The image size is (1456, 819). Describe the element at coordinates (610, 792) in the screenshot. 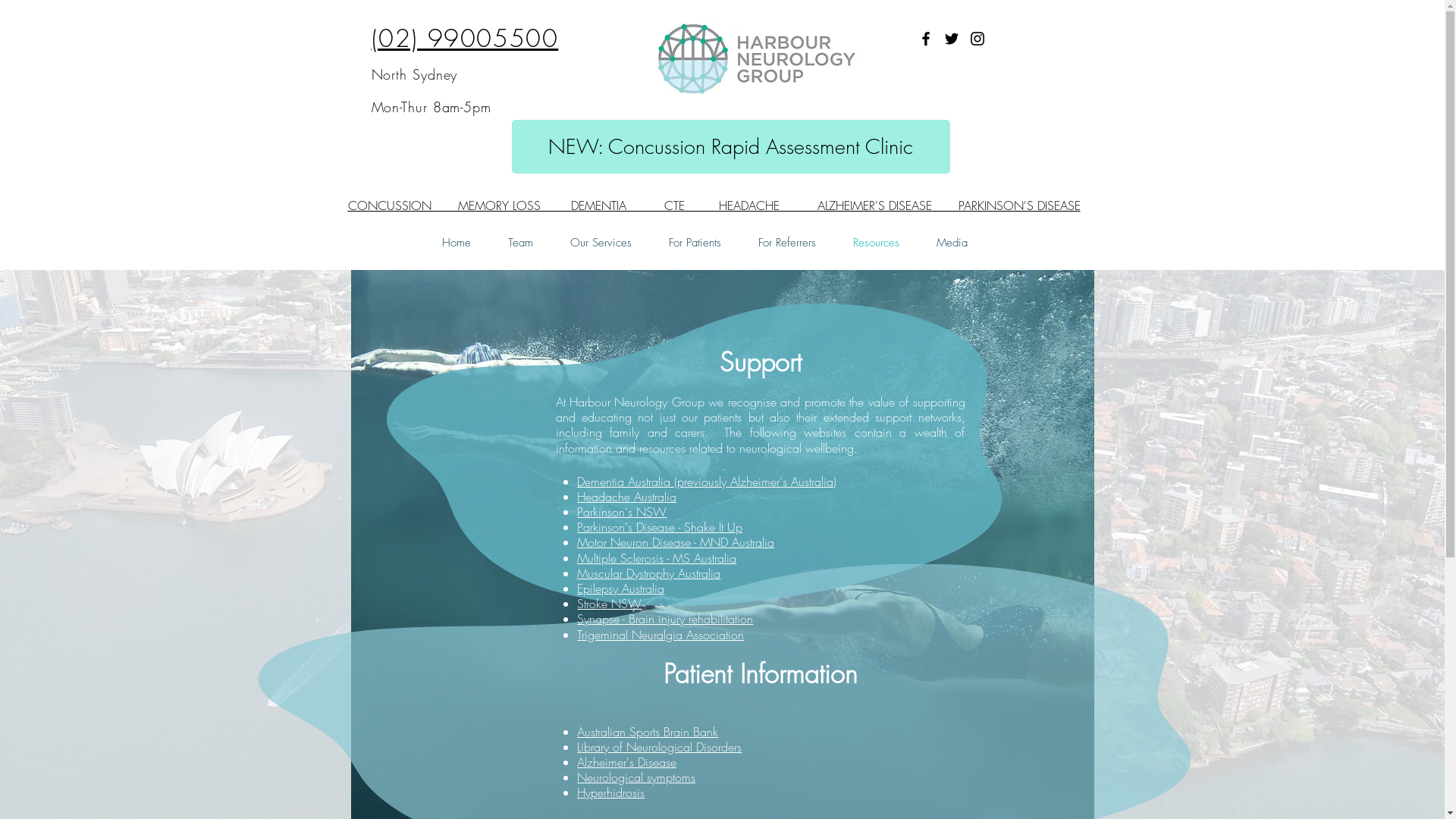

I see `'Hyperhidrosis'` at that location.